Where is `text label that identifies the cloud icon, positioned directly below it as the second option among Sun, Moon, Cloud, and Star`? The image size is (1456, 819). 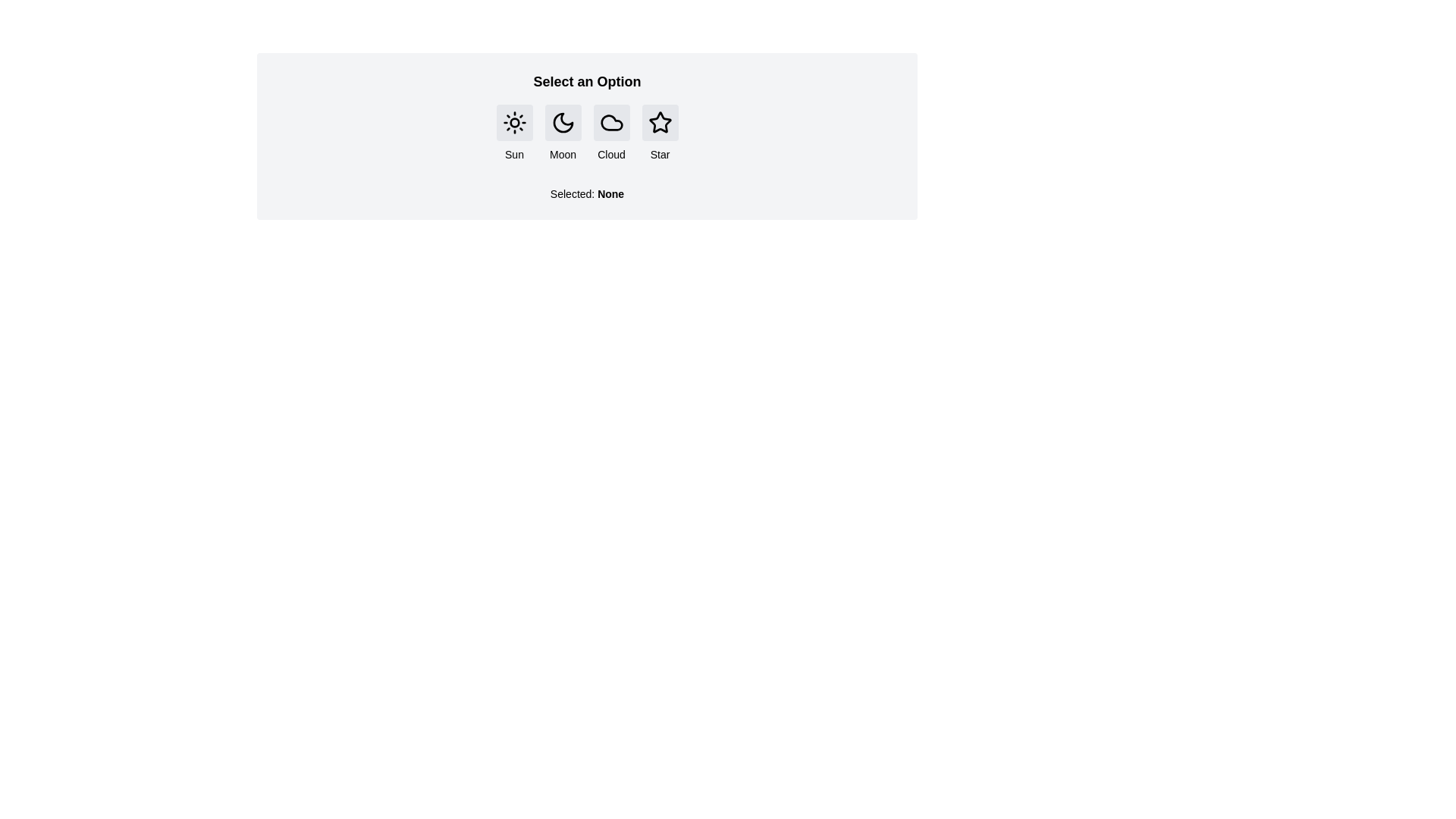 text label that identifies the cloud icon, positioned directly below it as the second option among Sun, Moon, Cloud, and Star is located at coordinates (611, 155).